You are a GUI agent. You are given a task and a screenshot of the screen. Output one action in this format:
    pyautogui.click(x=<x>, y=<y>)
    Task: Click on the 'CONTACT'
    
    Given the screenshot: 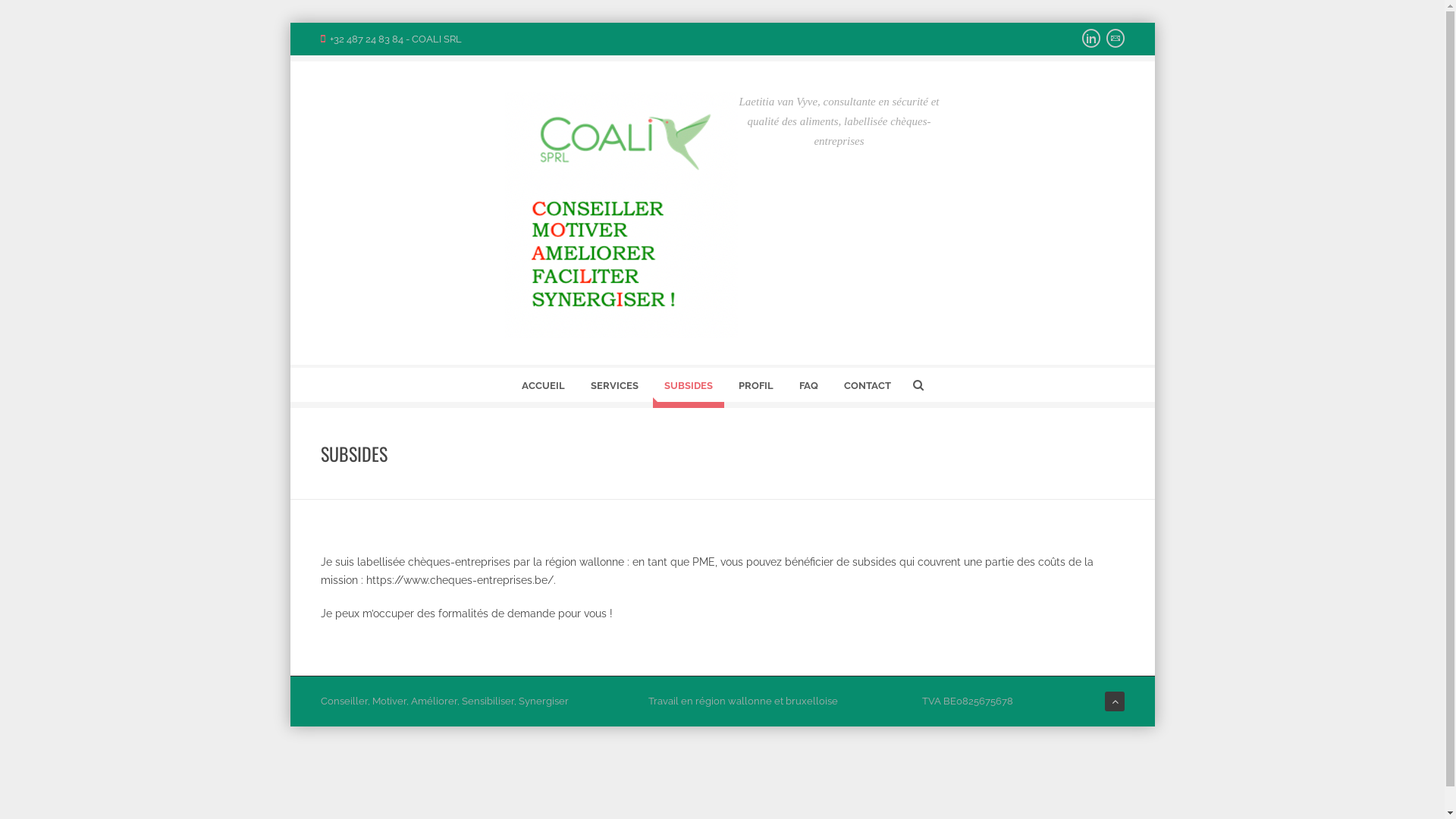 What is the action you would take?
    pyautogui.click(x=867, y=388)
    